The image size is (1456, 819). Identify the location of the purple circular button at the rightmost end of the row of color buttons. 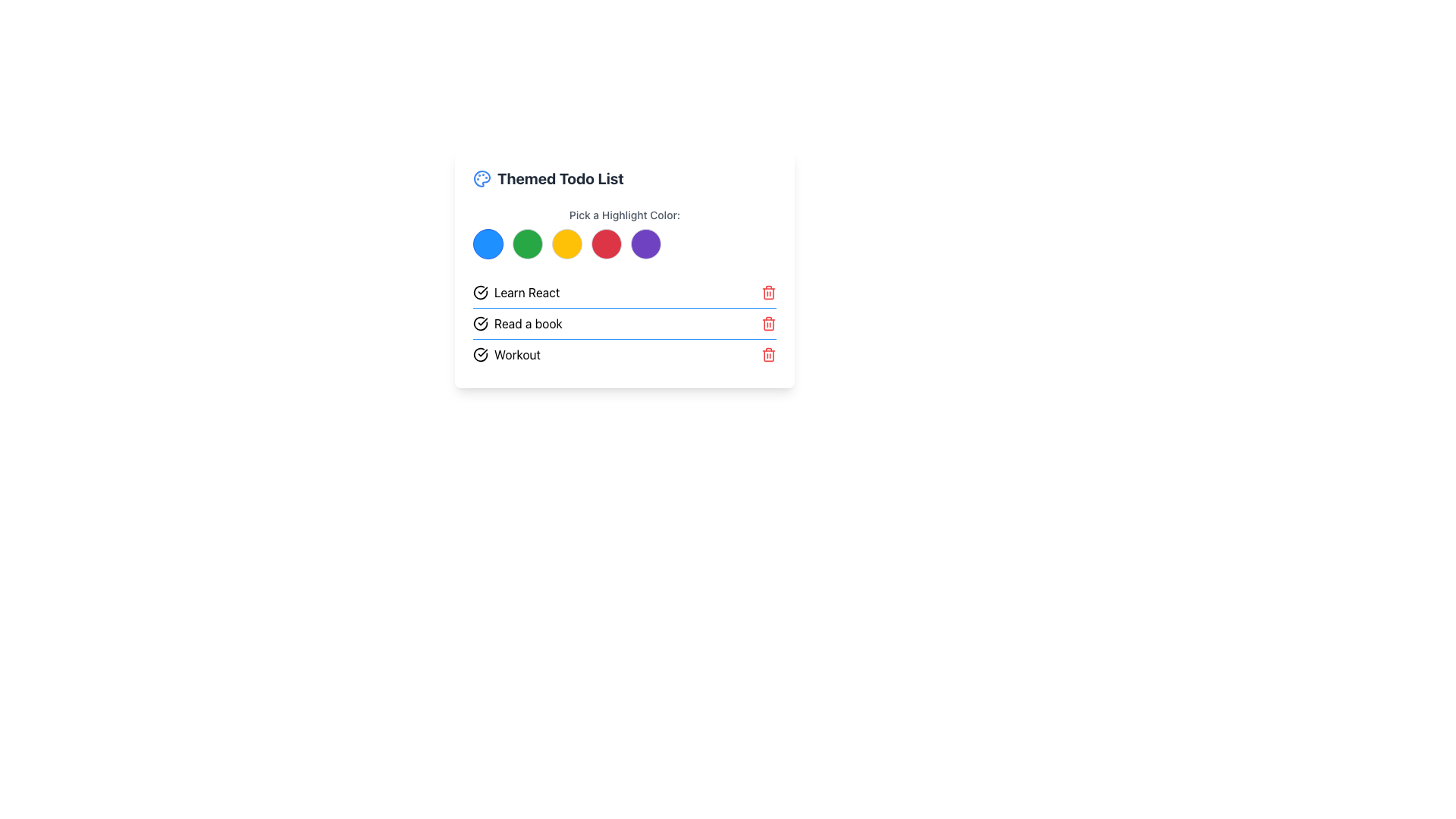
(645, 243).